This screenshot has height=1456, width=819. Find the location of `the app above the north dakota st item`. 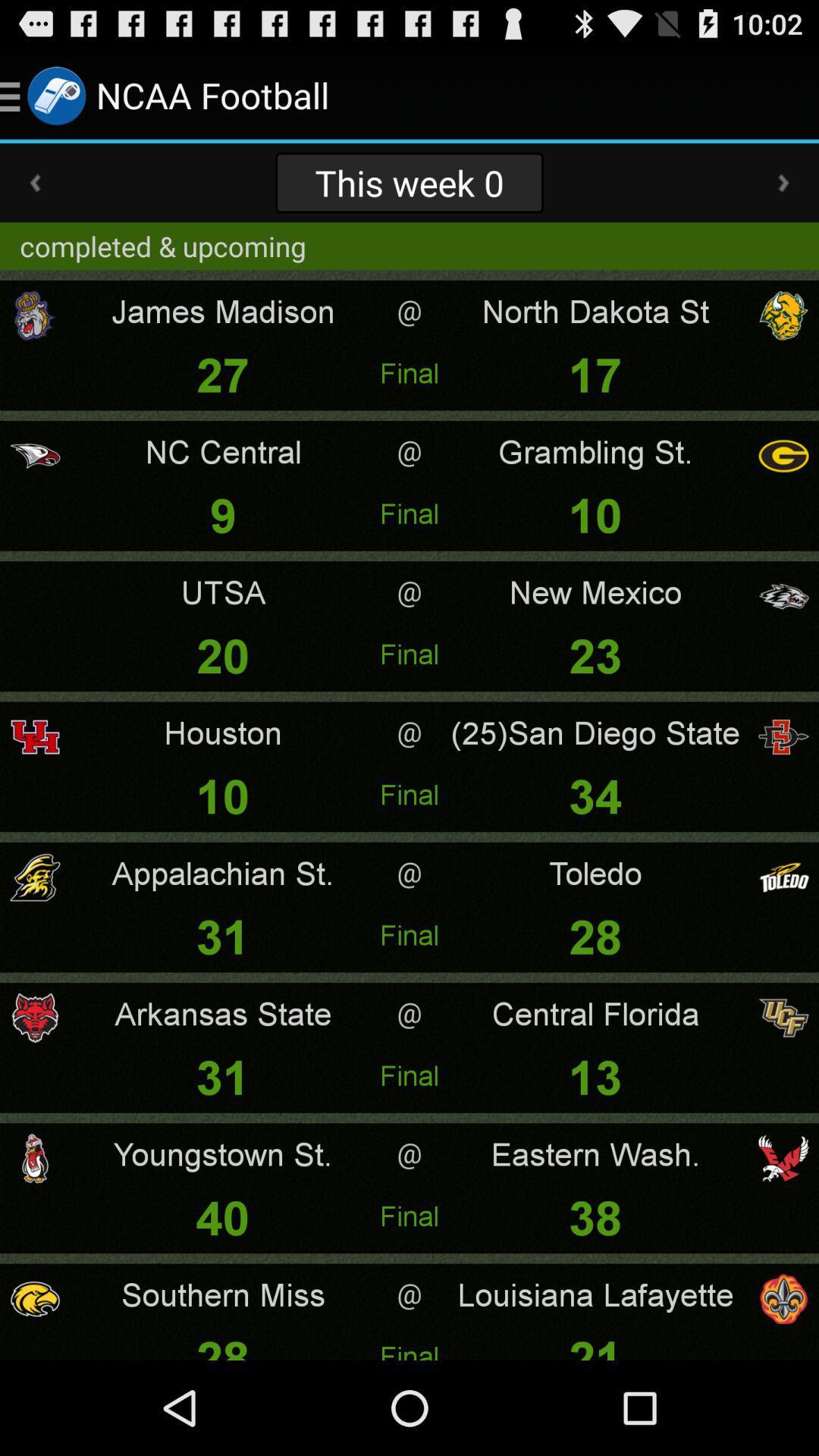

the app above the north dakota st item is located at coordinates (783, 182).